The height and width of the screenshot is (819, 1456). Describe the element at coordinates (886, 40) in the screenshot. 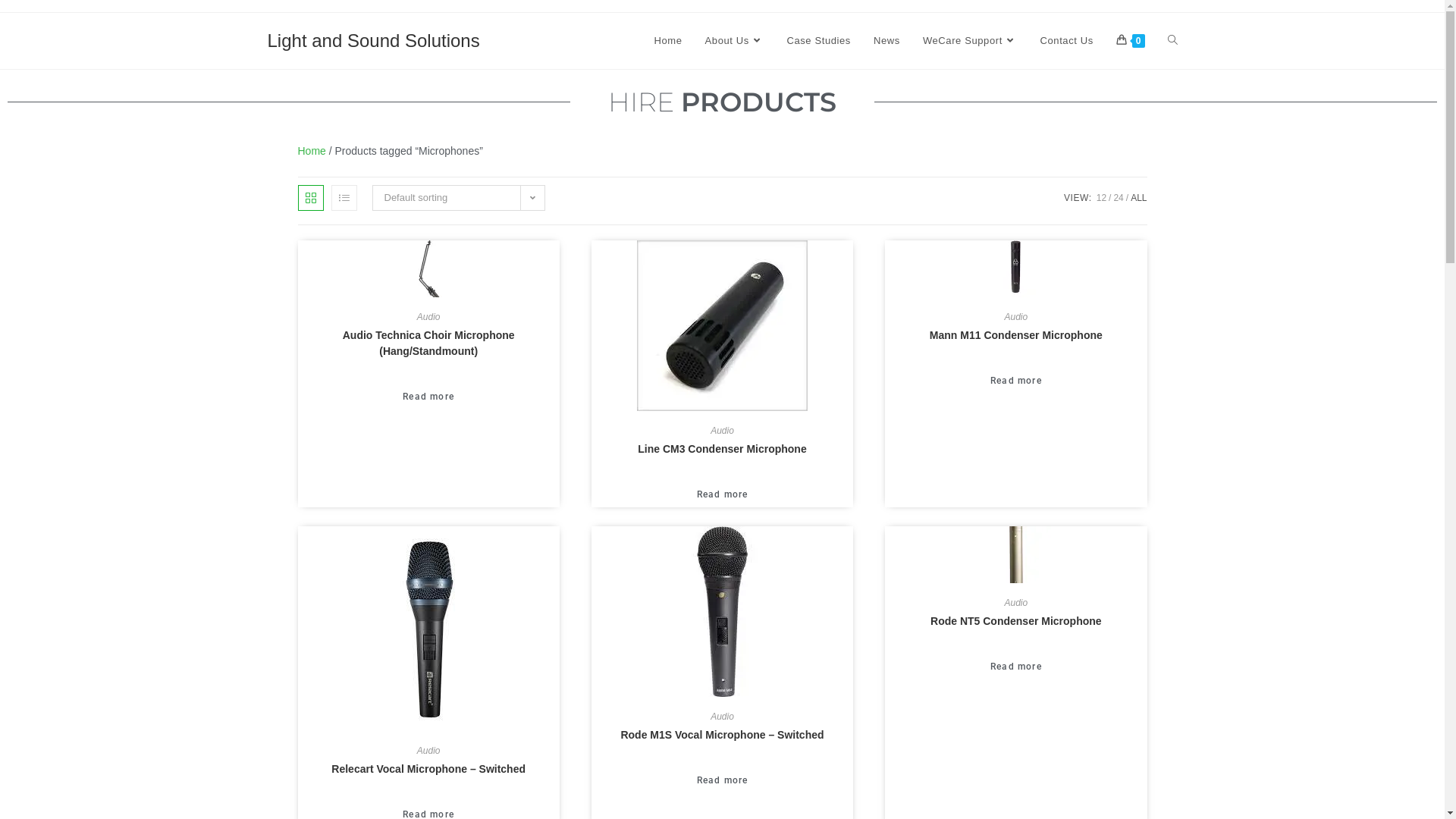

I see `'News'` at that location.